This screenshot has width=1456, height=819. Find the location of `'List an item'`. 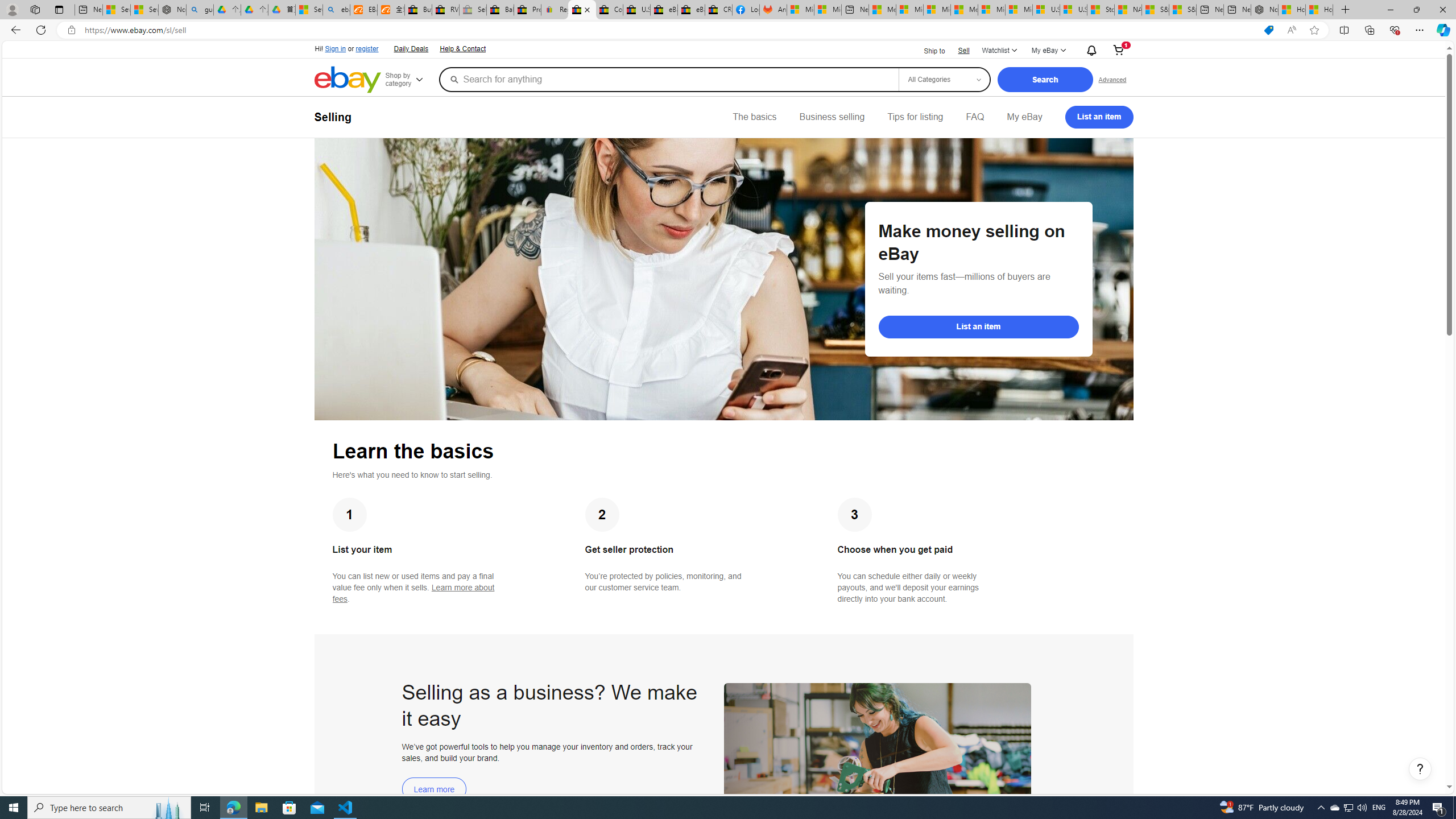

'List an item' is located at coordinates (1099, 116).